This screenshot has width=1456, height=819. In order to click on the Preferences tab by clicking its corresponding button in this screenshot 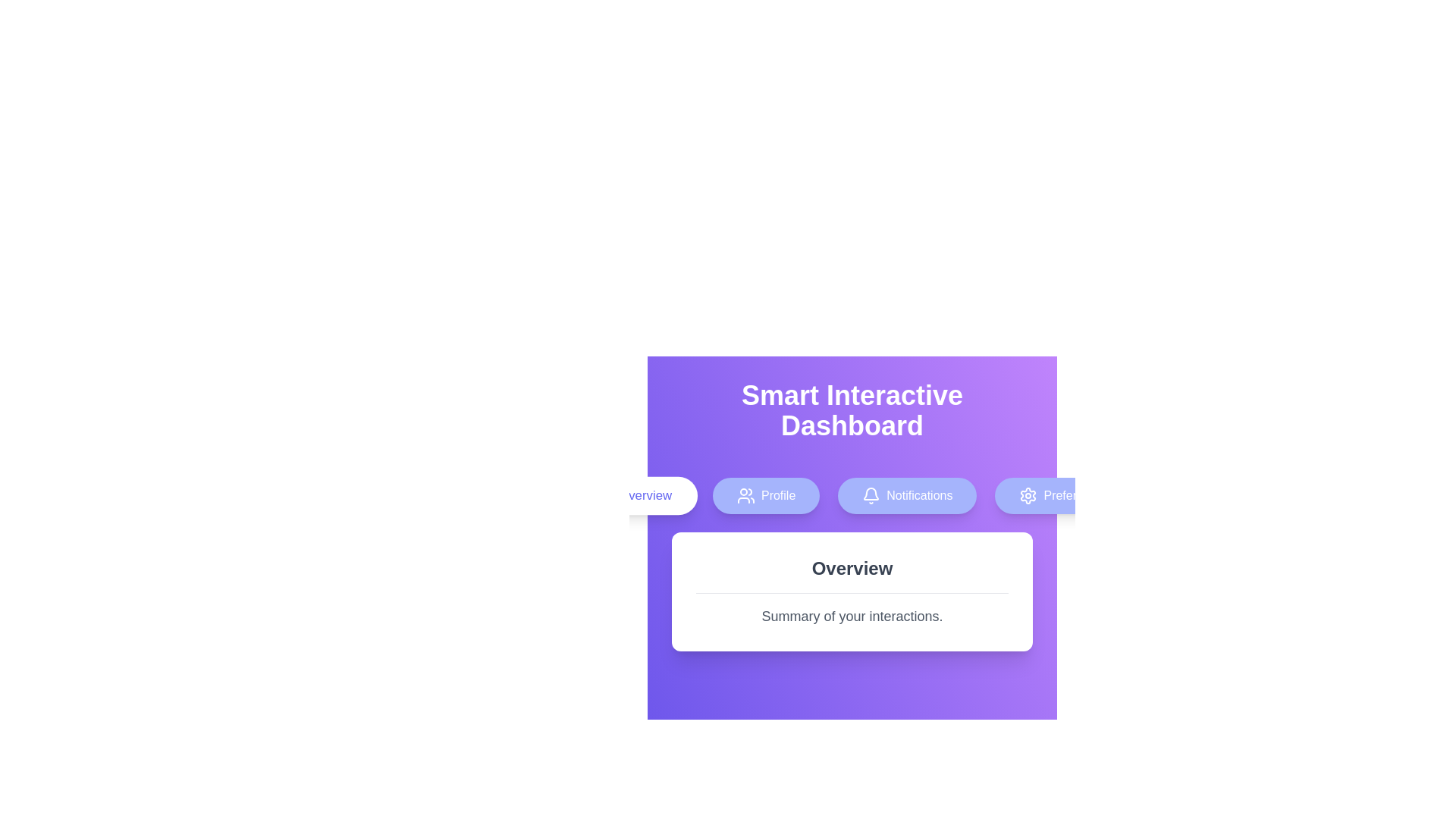, I will do `click(1063, 496)`.